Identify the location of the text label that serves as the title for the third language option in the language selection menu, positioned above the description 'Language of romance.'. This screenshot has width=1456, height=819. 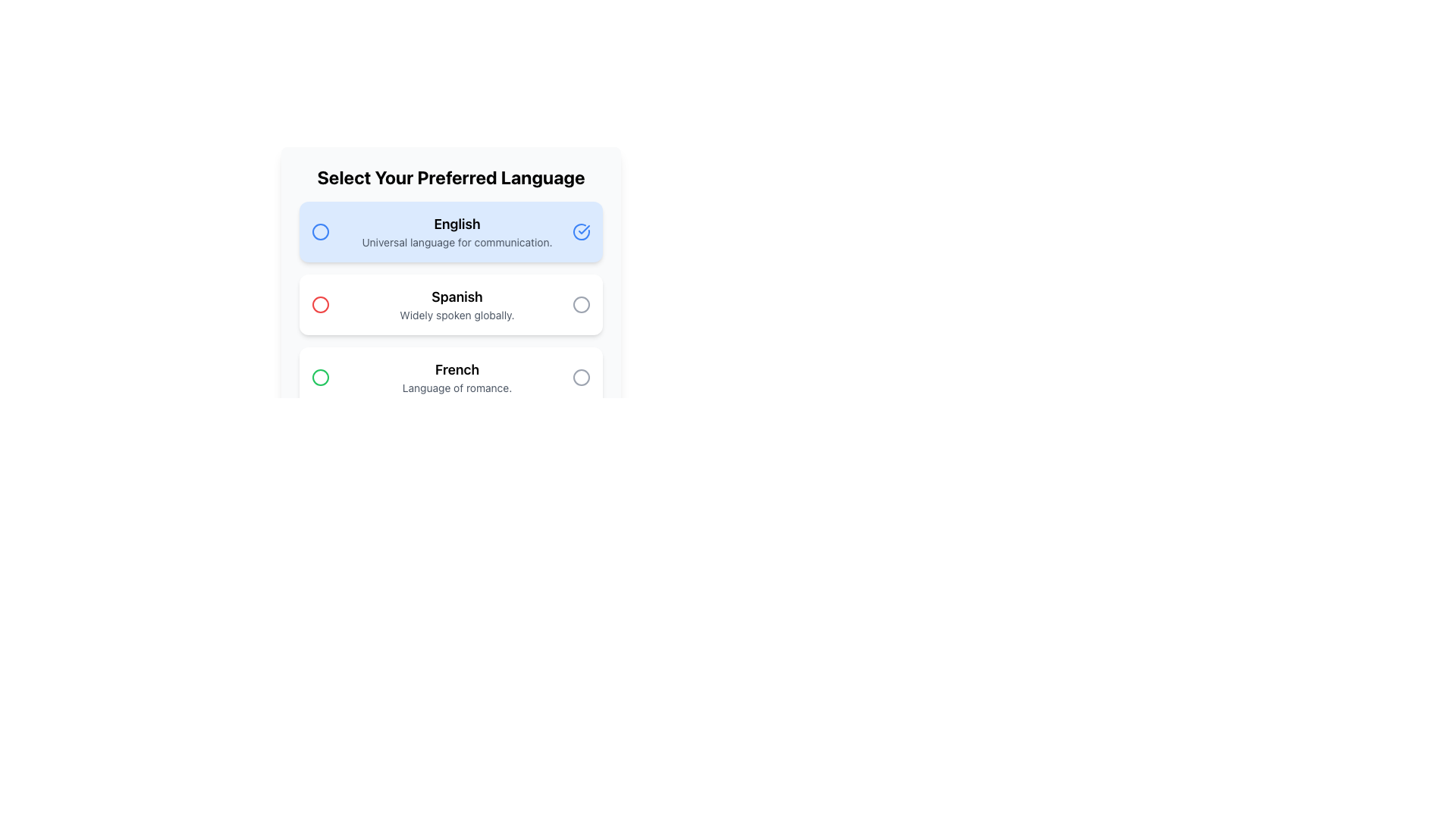
(457, 370).